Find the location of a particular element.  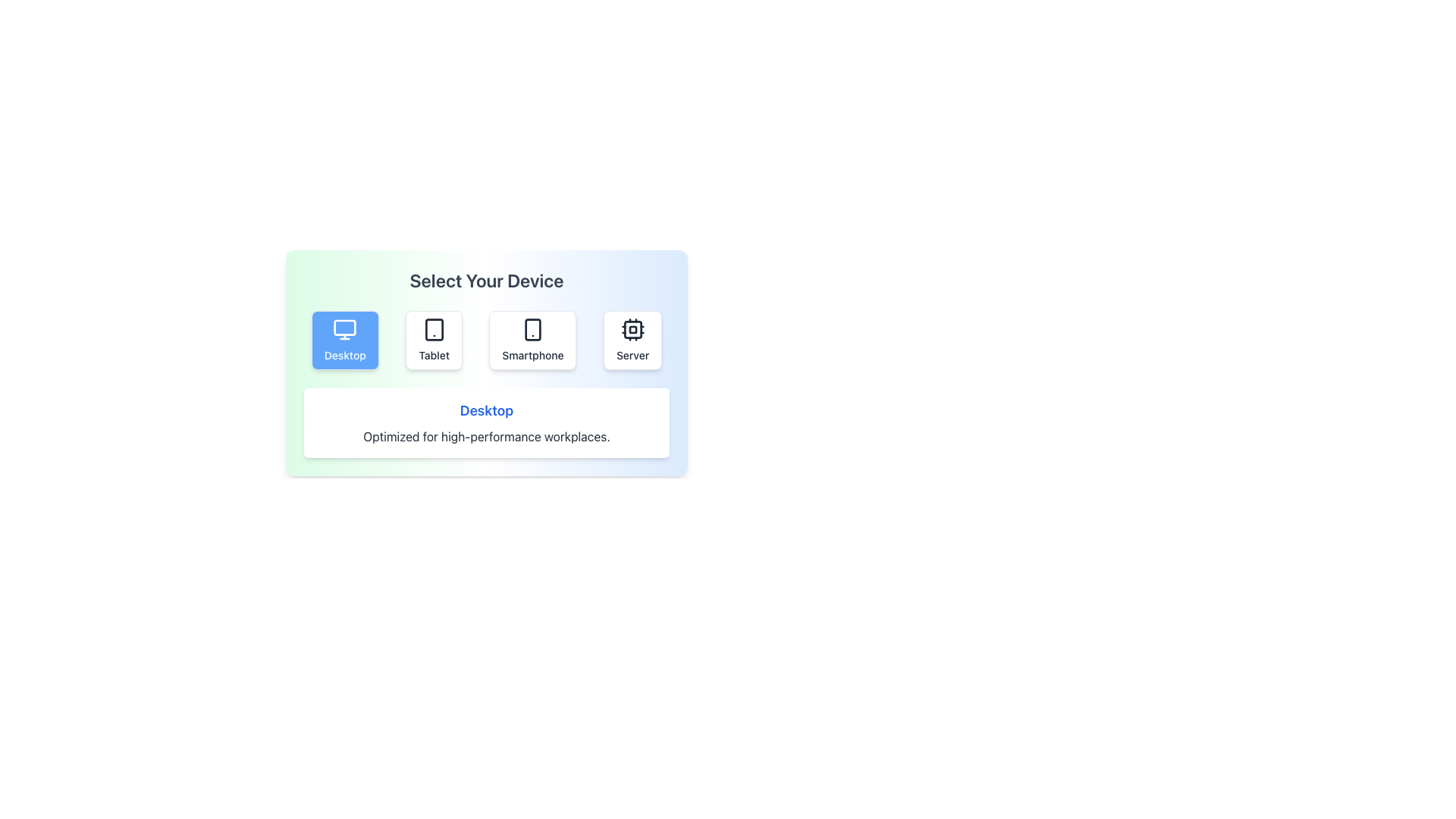

the computer monitor icon located in the top-left corner of the blue button labeled 'Desktop.' is located at coordinates (344, 329).